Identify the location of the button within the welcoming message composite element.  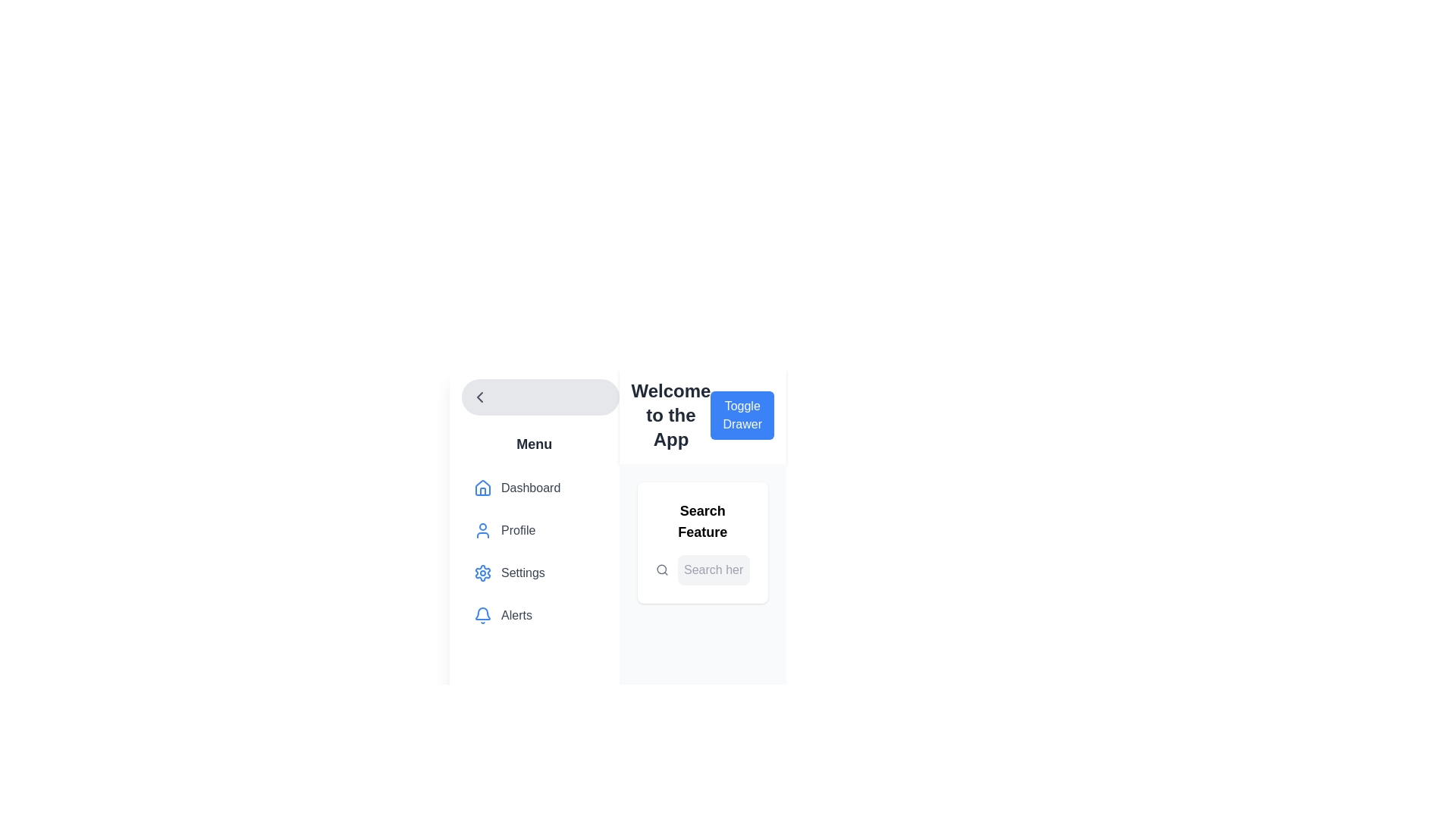
(701, 415).